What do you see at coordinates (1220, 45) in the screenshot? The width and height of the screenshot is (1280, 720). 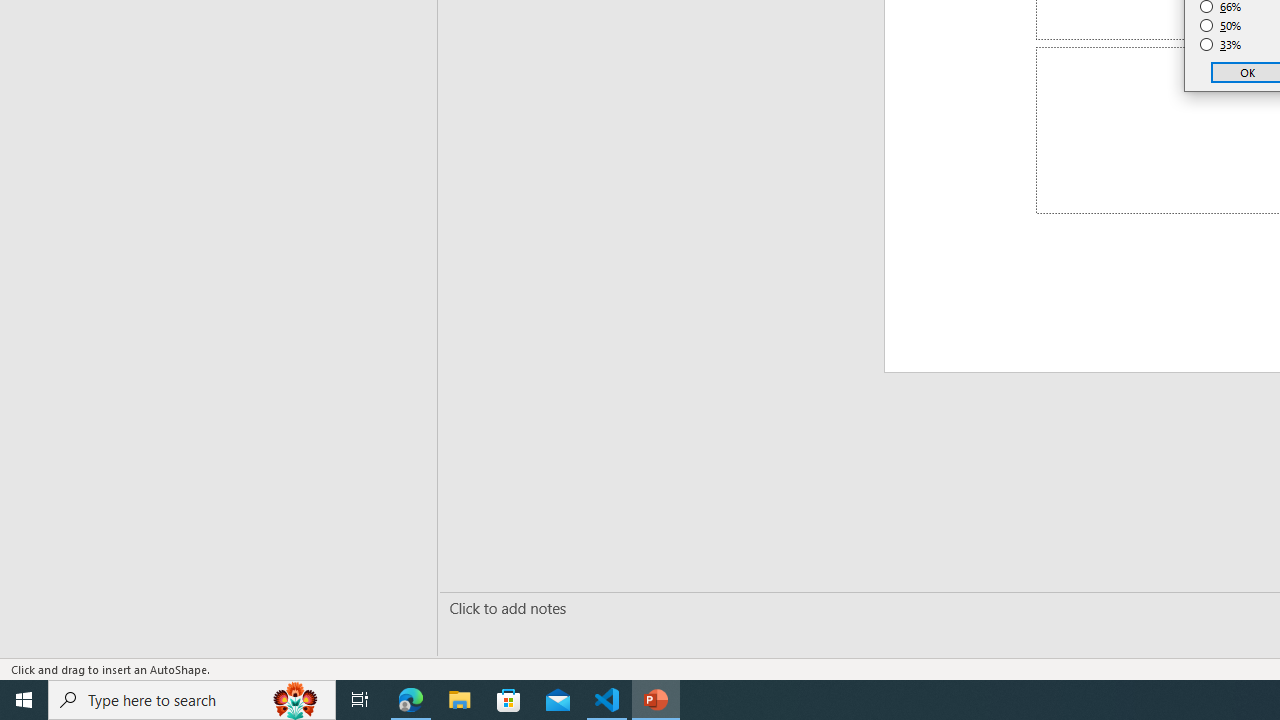 I see `'33%'` at bounding box center [1220, 45].